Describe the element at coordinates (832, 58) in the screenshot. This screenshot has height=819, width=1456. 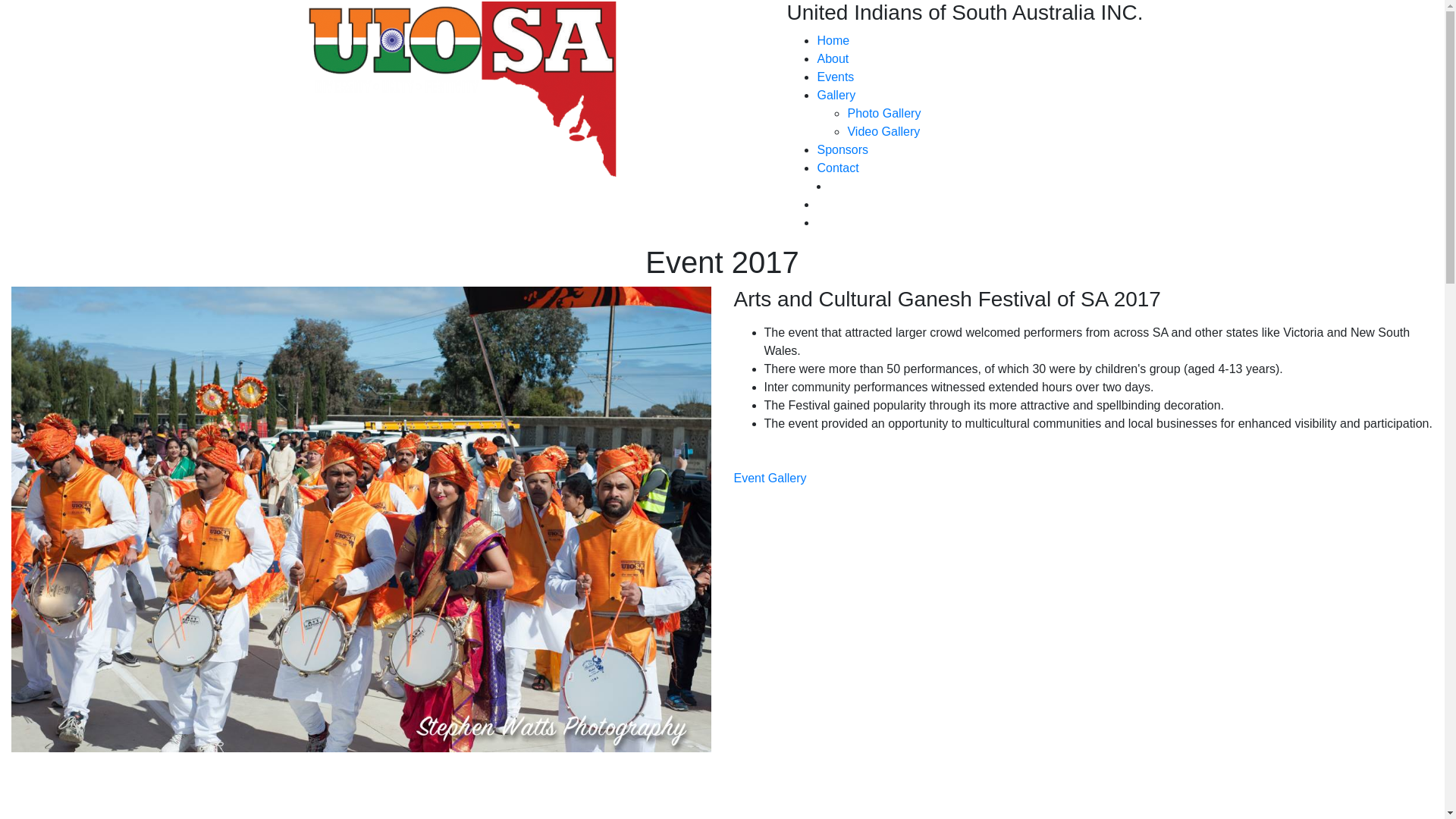
I see `'About'` at that location.